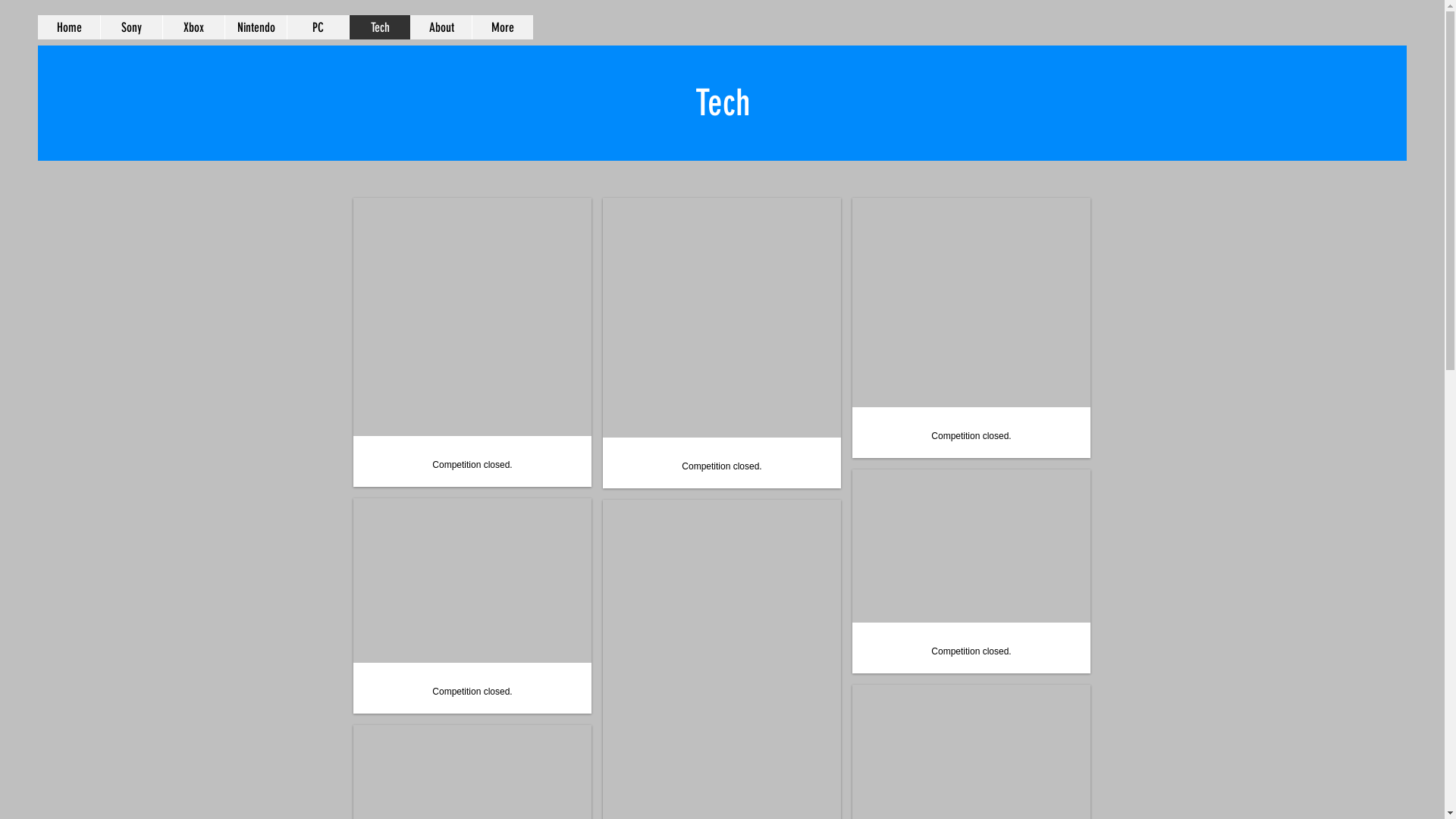 The width and height of the screenshot is (1456, 819). I want to click on 'PC', so click(316, 27).